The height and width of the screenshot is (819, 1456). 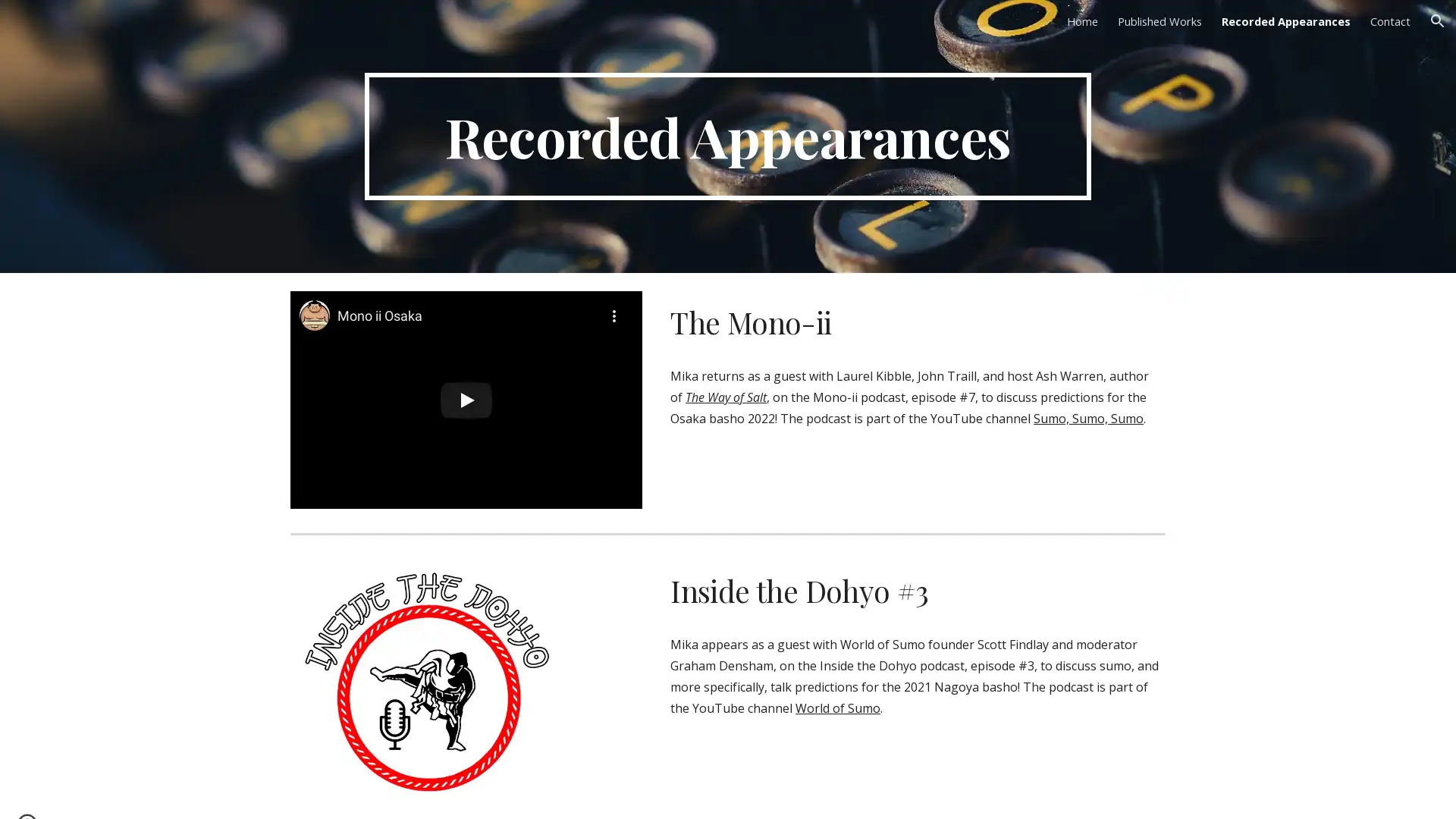 I want to click on Skip to navigation, so click(x=864, y=28).